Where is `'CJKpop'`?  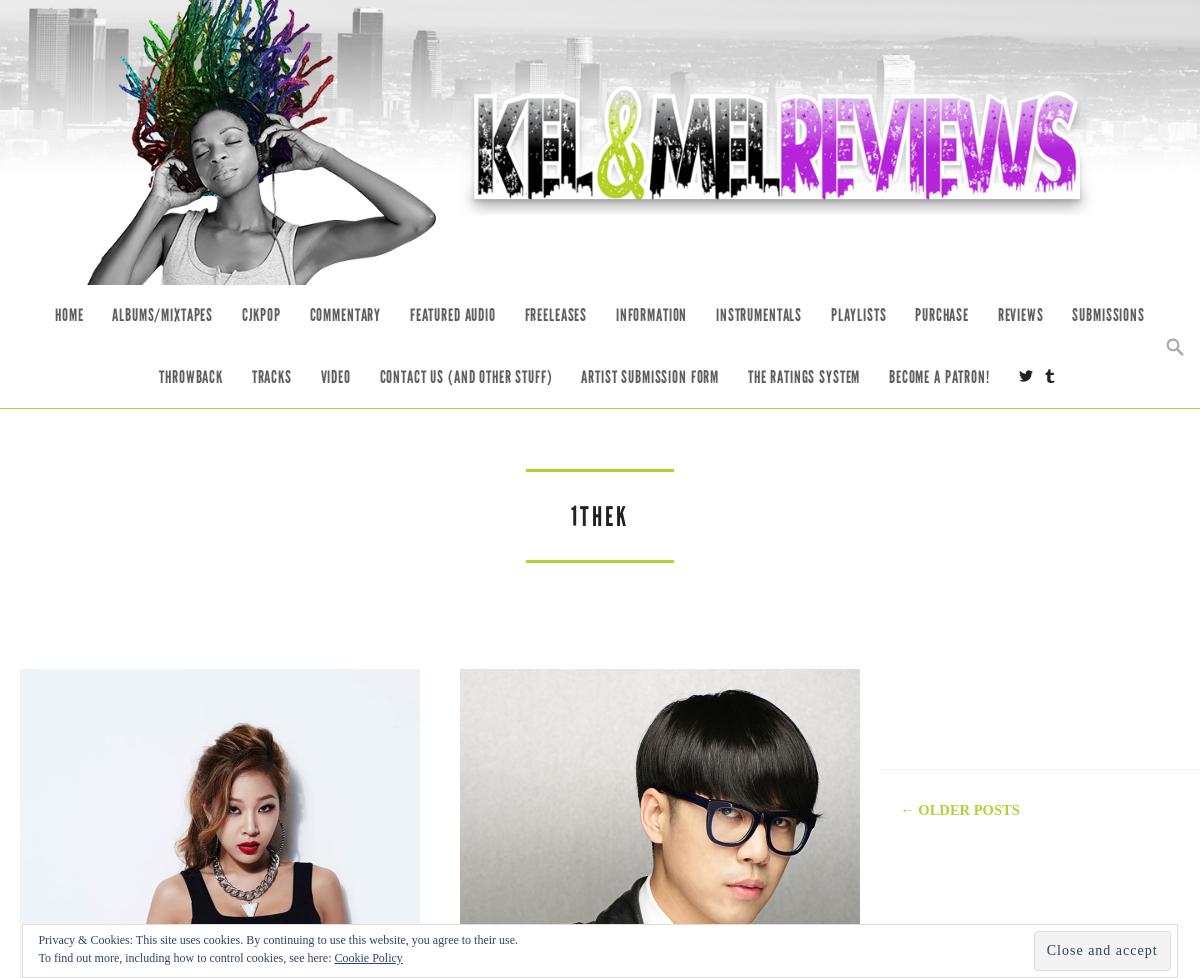 'CJKpop' is located at coordinates (259, 314).